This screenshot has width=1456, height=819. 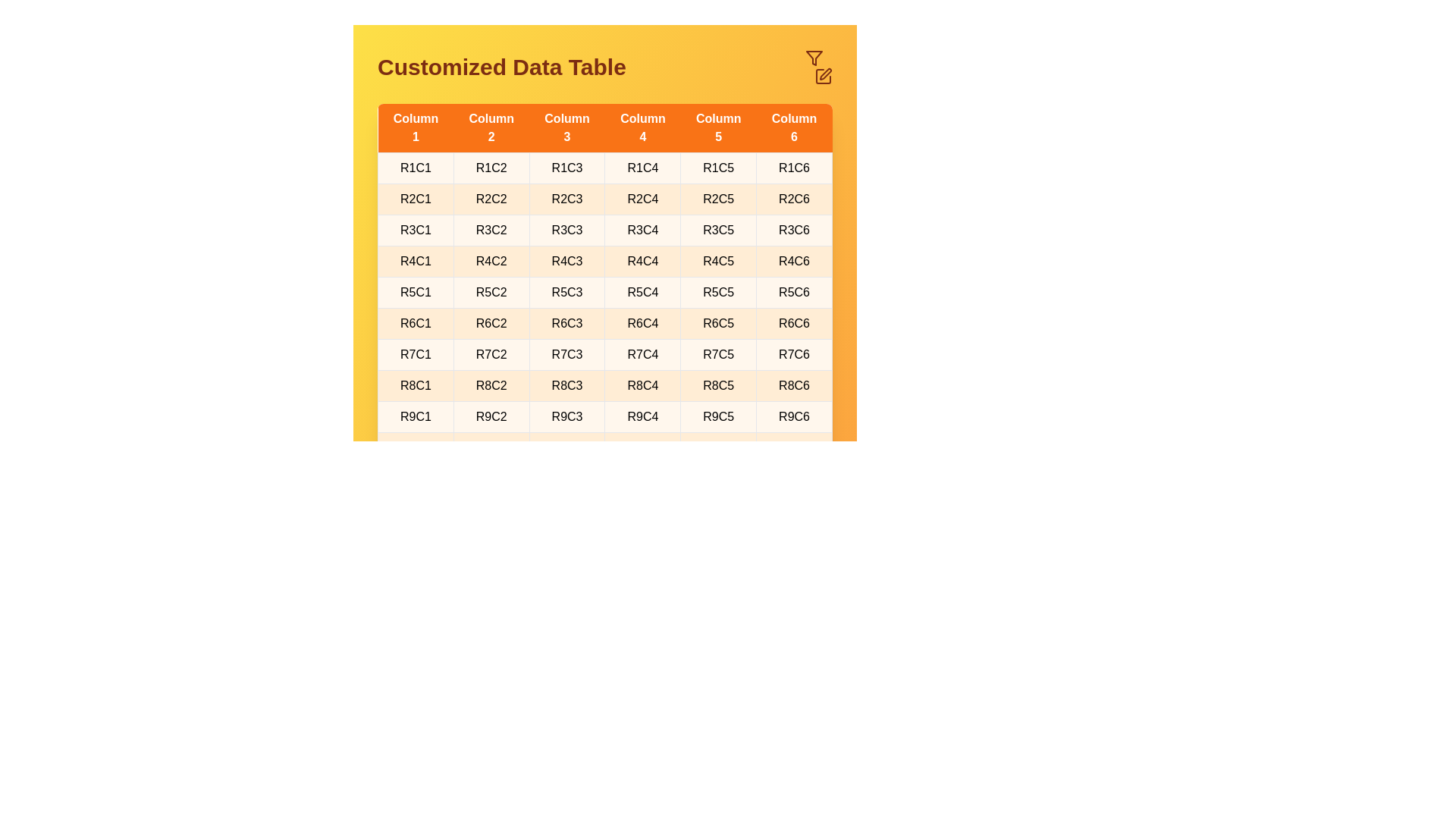 What do you see at coordinates (814, 58) in the screenshot?
I see `the filter icon in the header to open the filter options` at bounding box center [814, 58].